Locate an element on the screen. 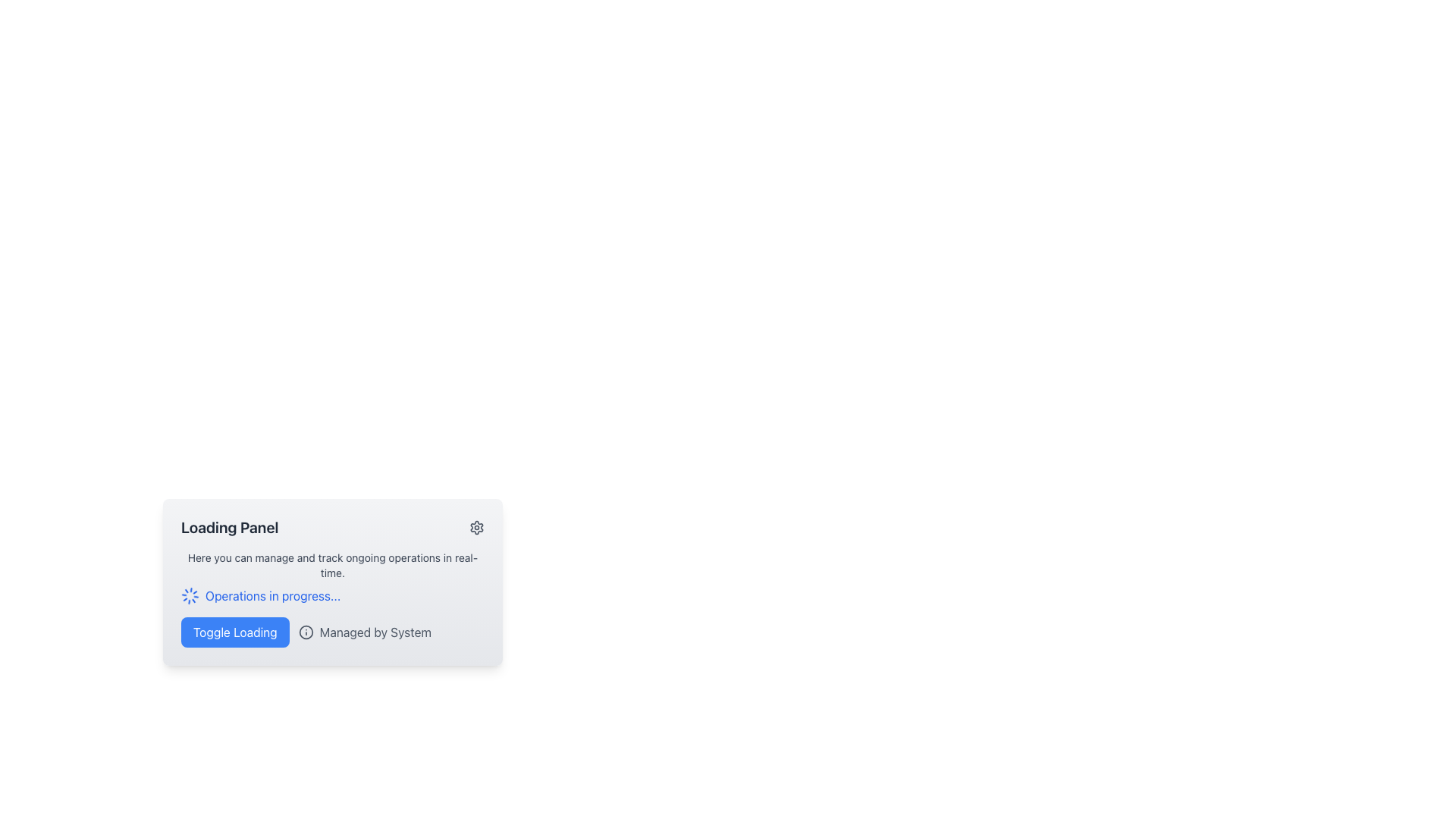 This screenshot has width=1456, height=819. informational text block with the spinning loader icon that displays 'Operations in progress...' located below the header 'Loading Panel' is located at coordinates (331, 578).